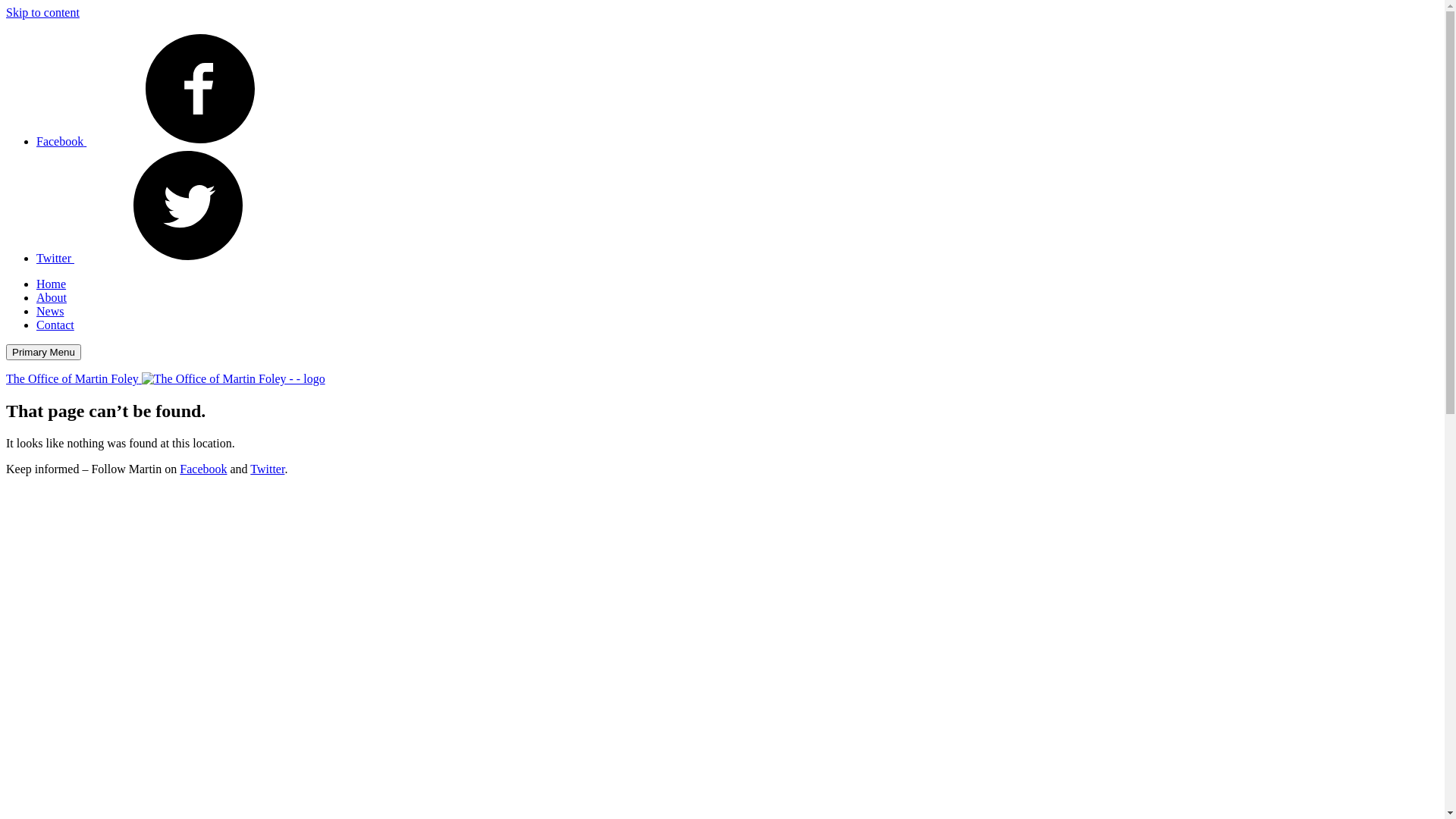 The width and height of the screenshot is (1456, 819). What do you see at coordinates (165, 378) in the screenshot?
I see `'The Office of Martin Foley'` at bounding box center [165, 378].